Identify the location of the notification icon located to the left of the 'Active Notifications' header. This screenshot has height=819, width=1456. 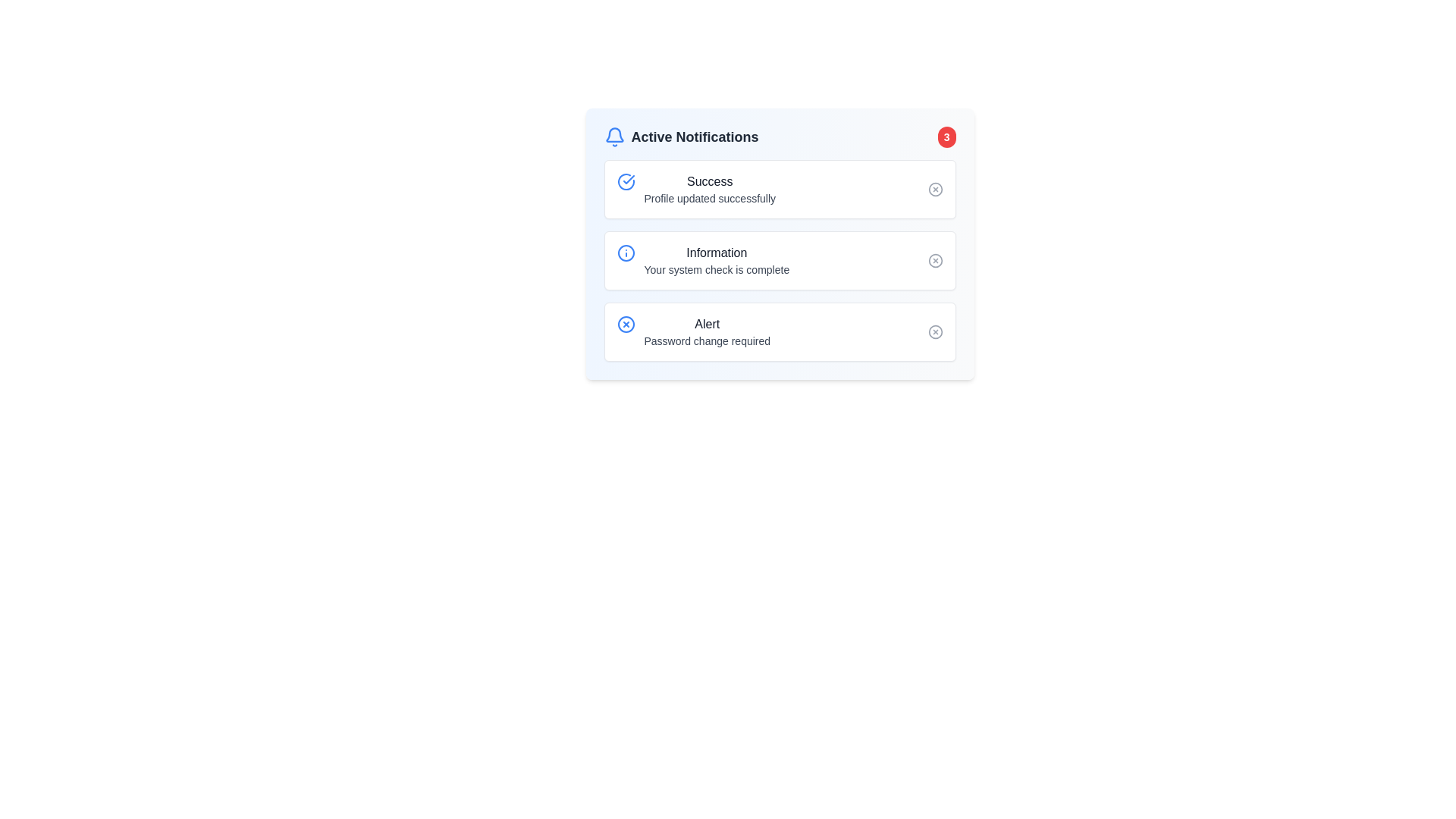
(614, 137).